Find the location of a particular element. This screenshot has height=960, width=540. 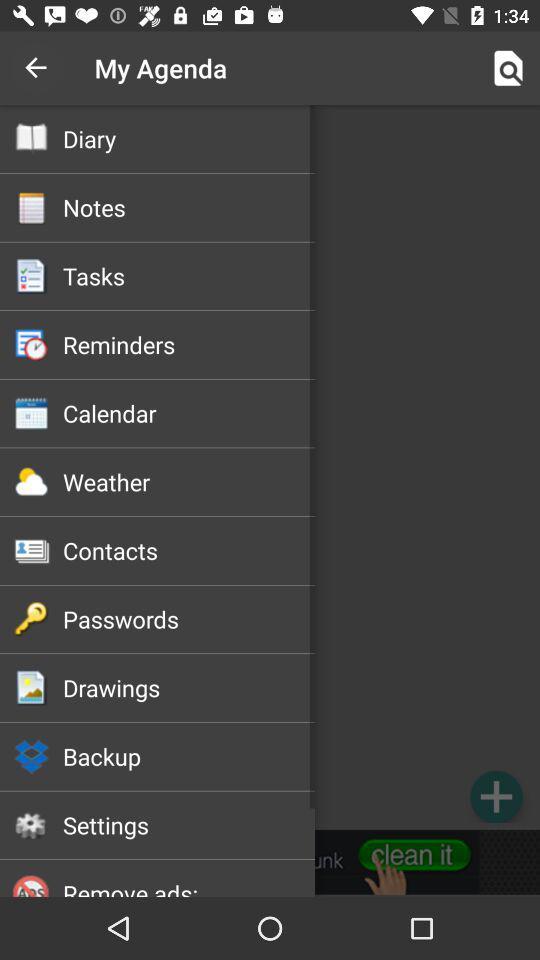

the add icon is located at coordinates (495, 796).